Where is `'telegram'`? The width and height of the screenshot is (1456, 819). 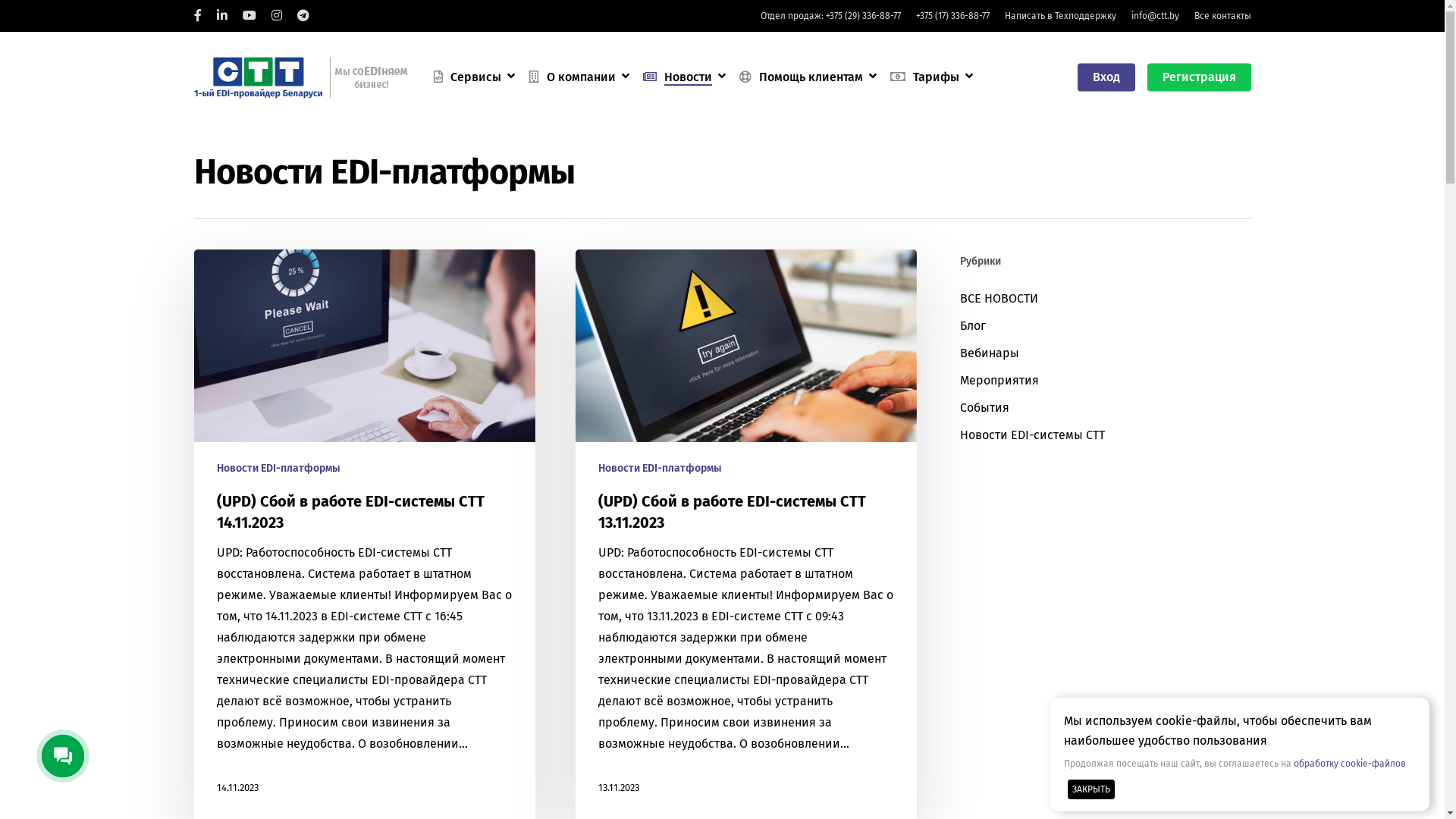
'telegram' is located at coordinates (303, 15).